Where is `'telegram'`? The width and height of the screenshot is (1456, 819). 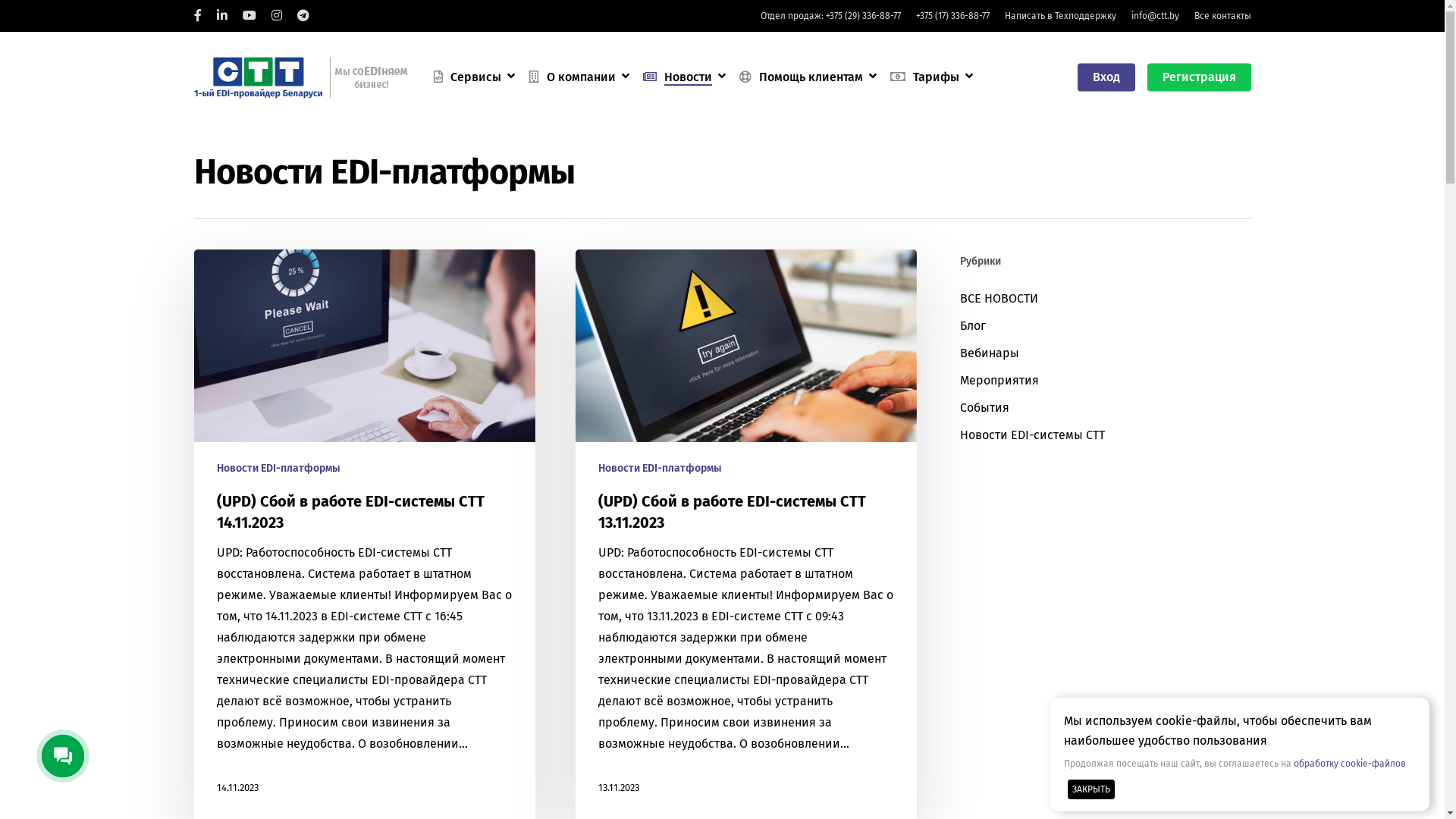
'telegram' is located at coordinates (303, 15).